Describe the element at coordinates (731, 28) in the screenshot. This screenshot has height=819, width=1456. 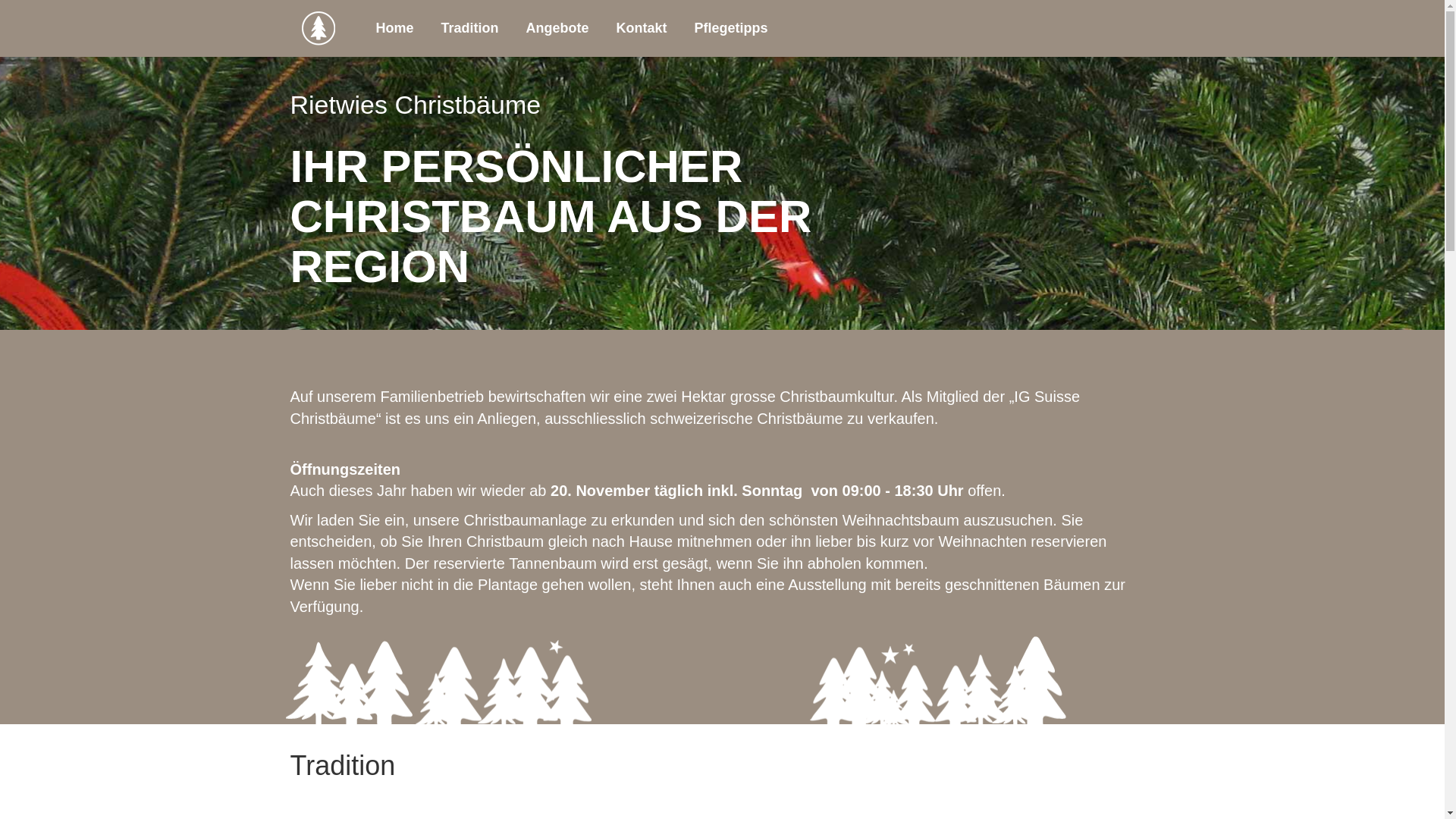
I see `'Pflegetipps'` at that location.